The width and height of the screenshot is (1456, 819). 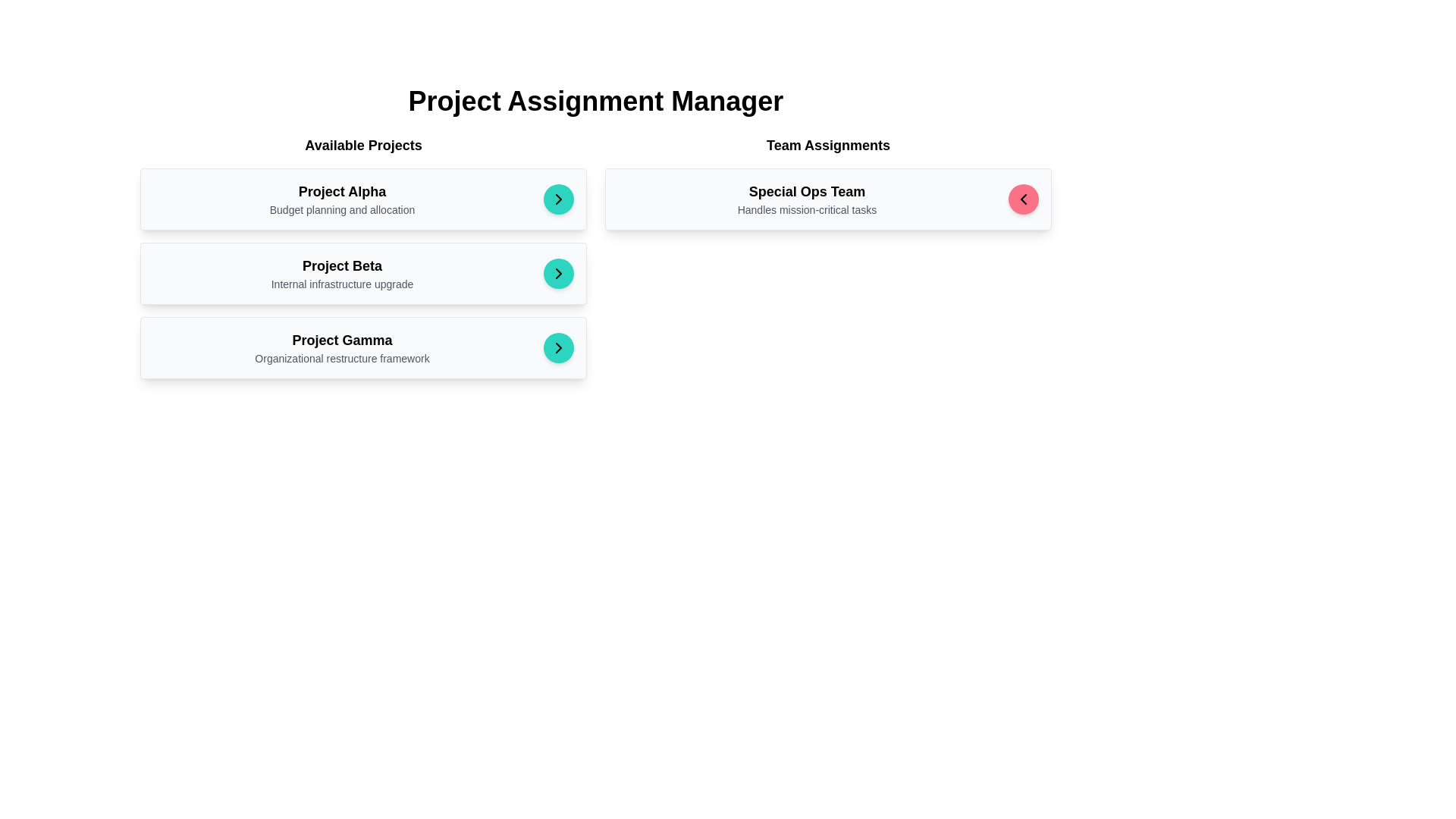 I want to click on the text label that reads 'Available Projects', which is styled with a bold font and serves as a section header for the project list, so click(x=362, y=146).